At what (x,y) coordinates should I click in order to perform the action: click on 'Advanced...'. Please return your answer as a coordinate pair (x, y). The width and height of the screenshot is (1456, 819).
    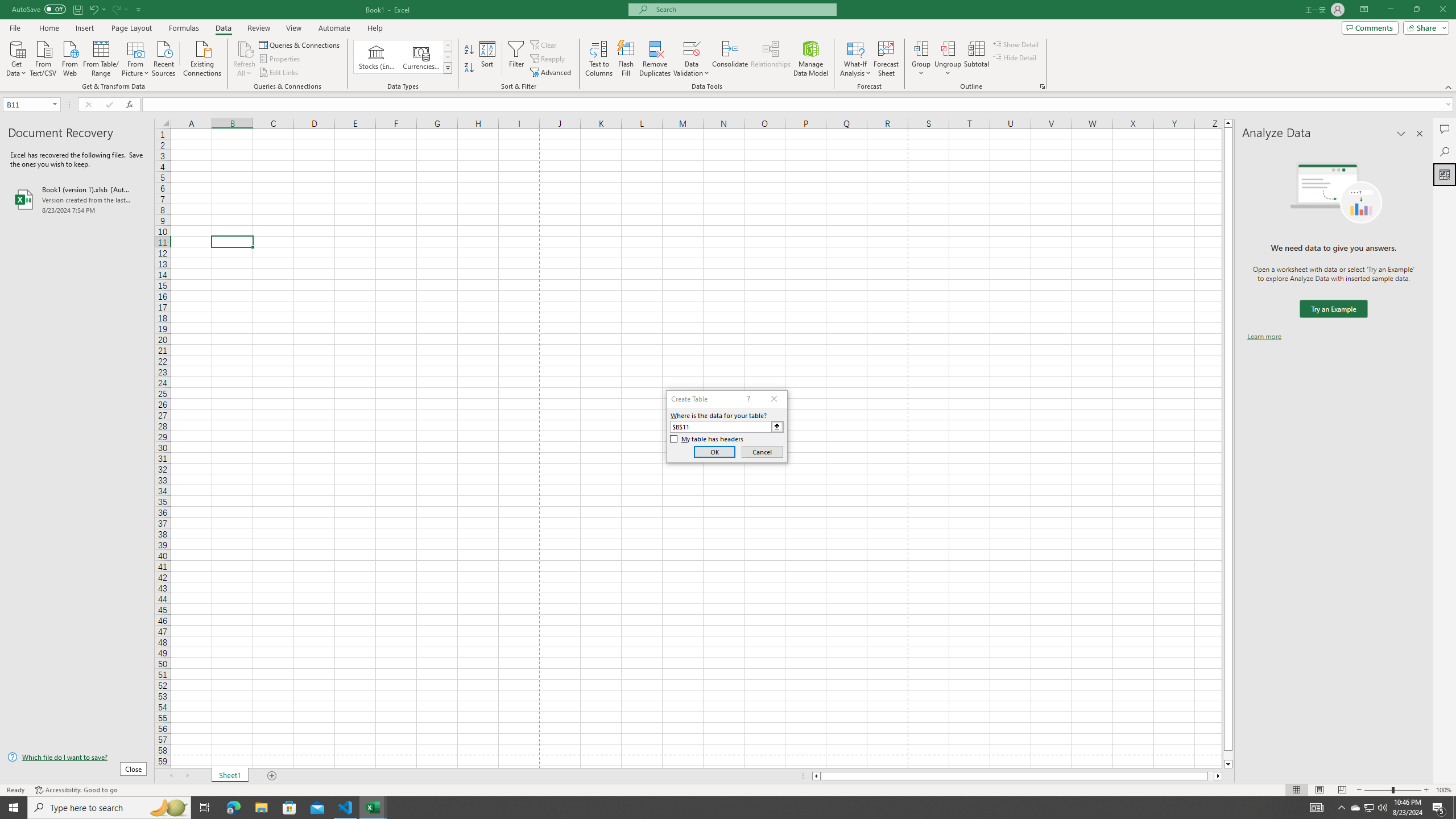
    Looking at the image, I should click on (552, 72).